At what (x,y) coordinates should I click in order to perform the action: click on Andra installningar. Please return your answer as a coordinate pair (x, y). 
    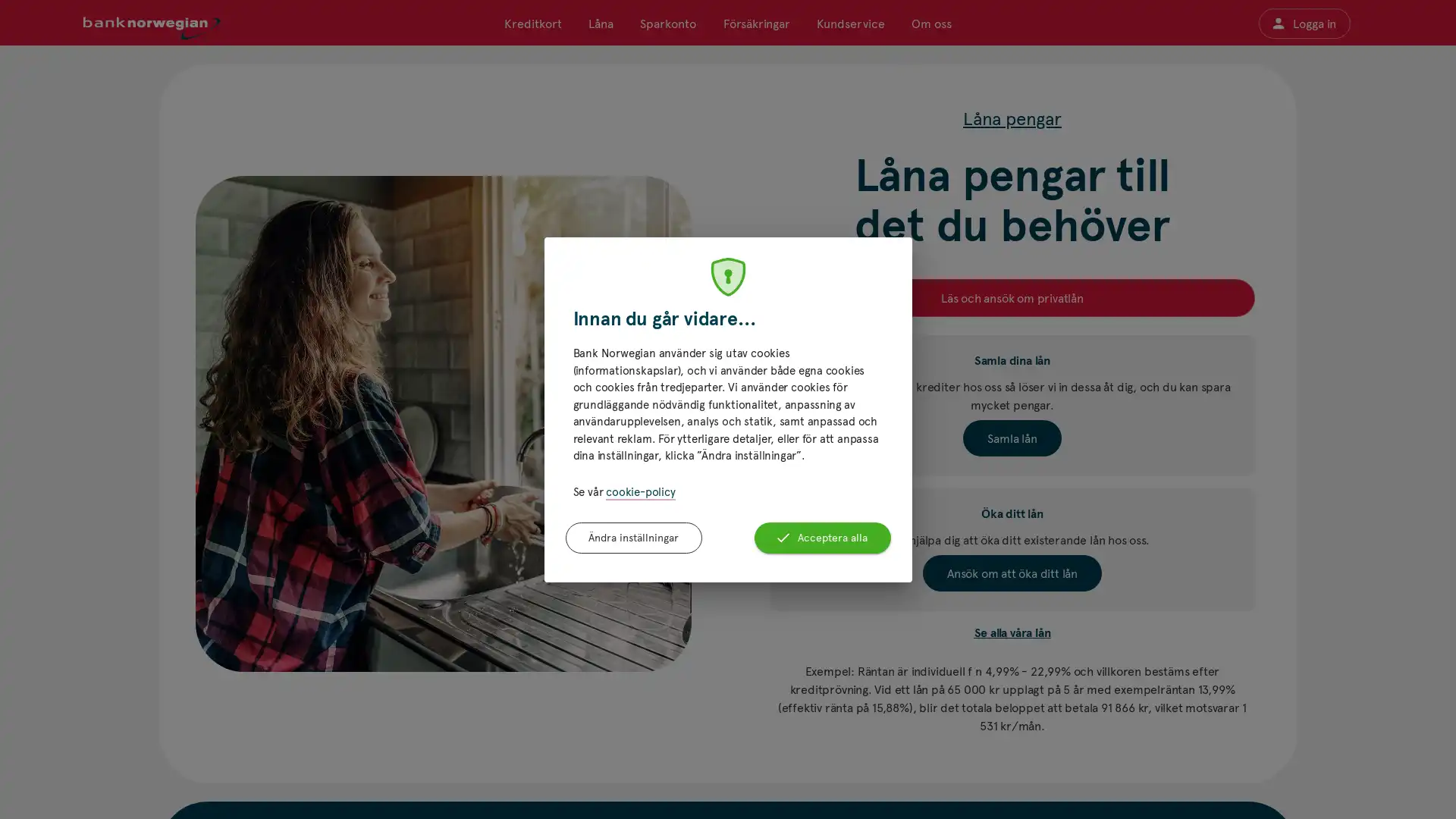
    Looking at the image, I should click on (633, 537).